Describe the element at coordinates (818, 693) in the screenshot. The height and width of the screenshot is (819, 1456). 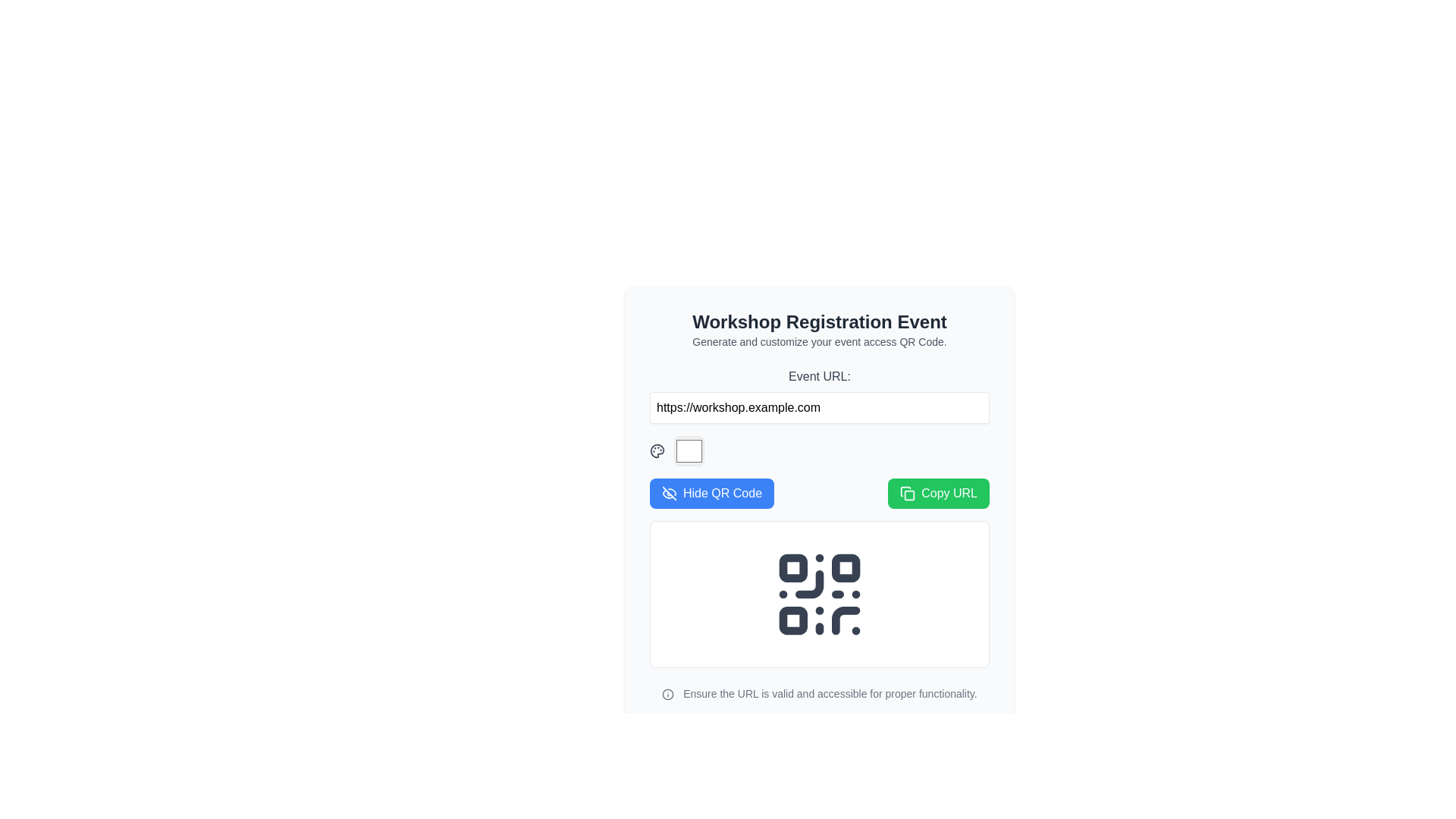
I see `the informational text with an icon located at the bottom of the 'Workshop Registration Event' card area, just above the 'Clear Configuration' section` at that location.